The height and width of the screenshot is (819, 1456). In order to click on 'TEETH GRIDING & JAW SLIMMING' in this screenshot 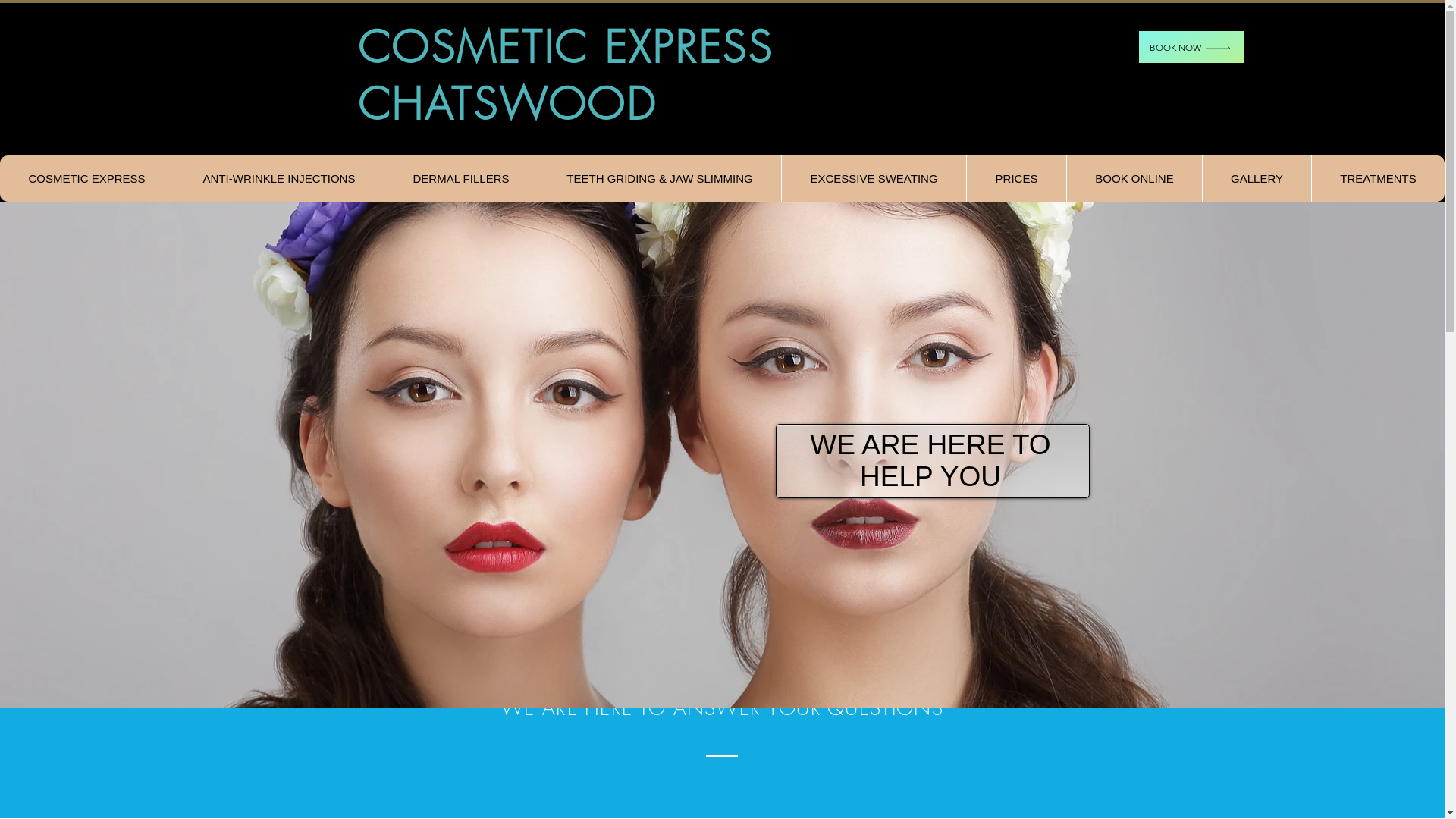, I will do `click(659, 177)`.